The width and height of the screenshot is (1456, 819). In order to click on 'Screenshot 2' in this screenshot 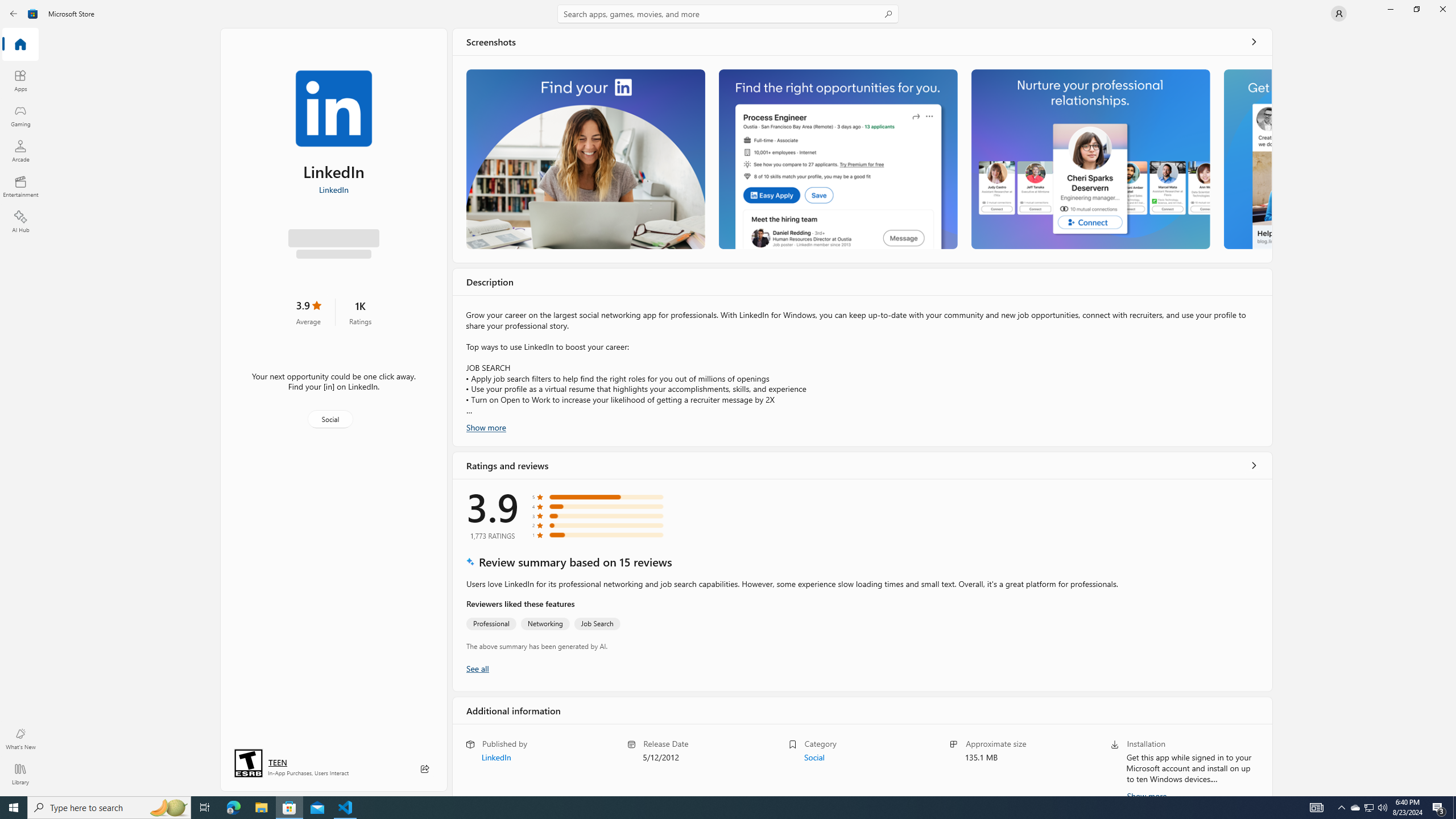, I will do `click(837, 159)`.